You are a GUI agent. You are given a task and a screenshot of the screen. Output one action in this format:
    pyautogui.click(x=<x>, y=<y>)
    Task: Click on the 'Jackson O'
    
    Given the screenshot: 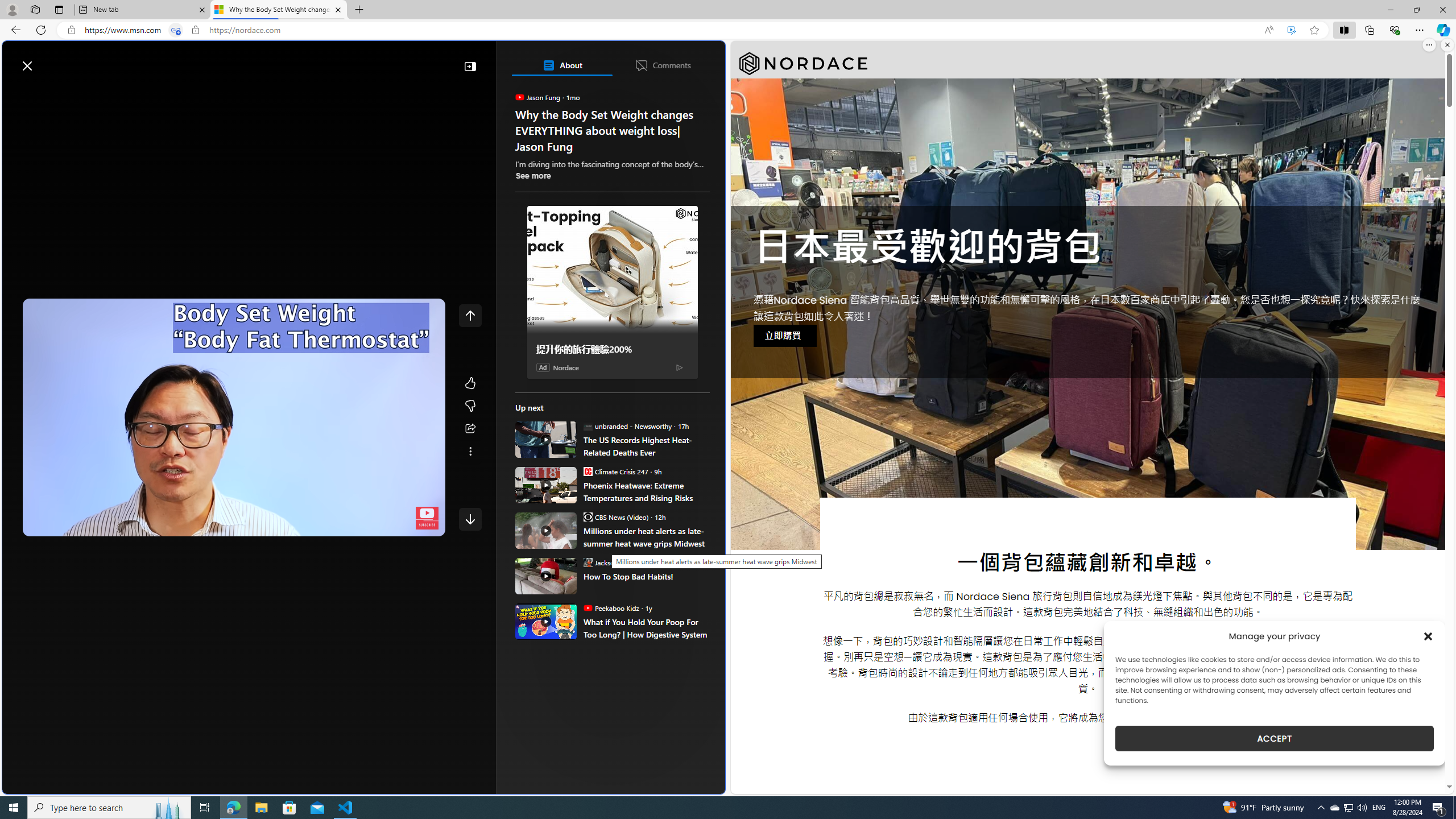 What is the action you would take?
    pyautogui.click(x=586, y=562)
    